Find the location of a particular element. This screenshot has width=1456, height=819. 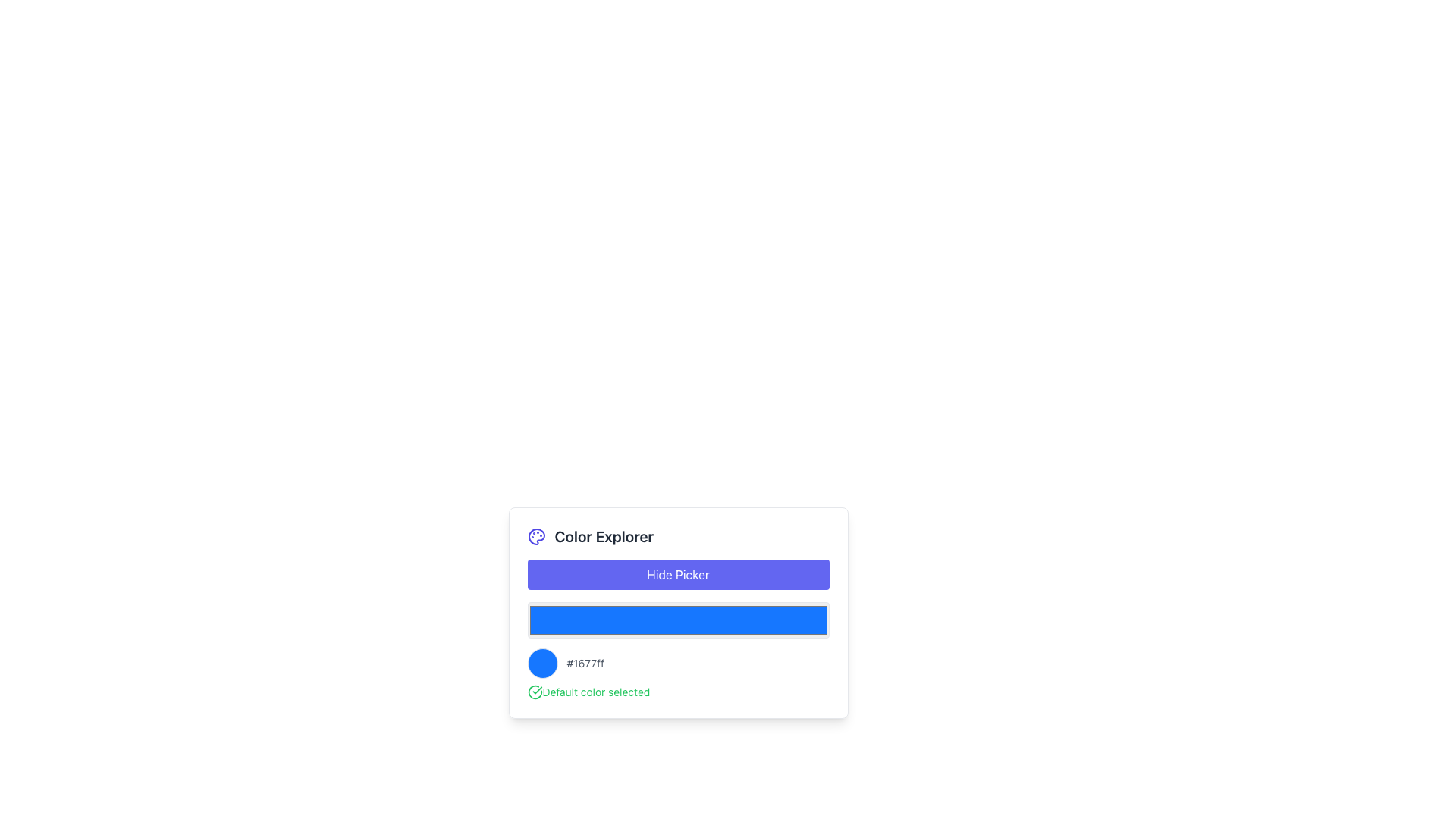

the color input or preview bar which displays the color value #1677ff, located beneath the 'Hide Picker' button and above a blue circle and color code label is located at coordinates (677, 612).